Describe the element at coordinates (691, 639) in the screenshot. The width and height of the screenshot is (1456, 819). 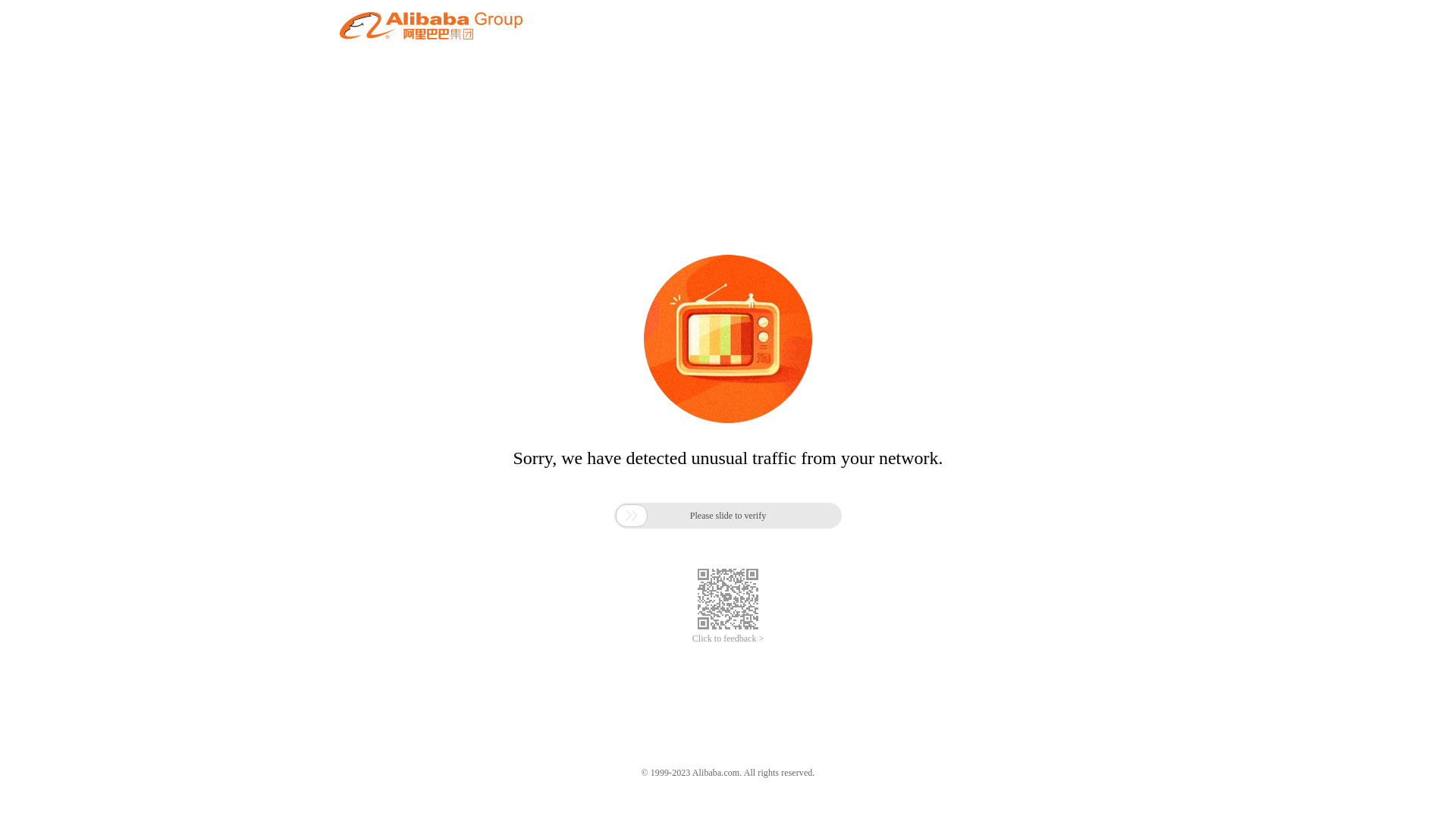
I see `'Click to feedback >'` at that location.